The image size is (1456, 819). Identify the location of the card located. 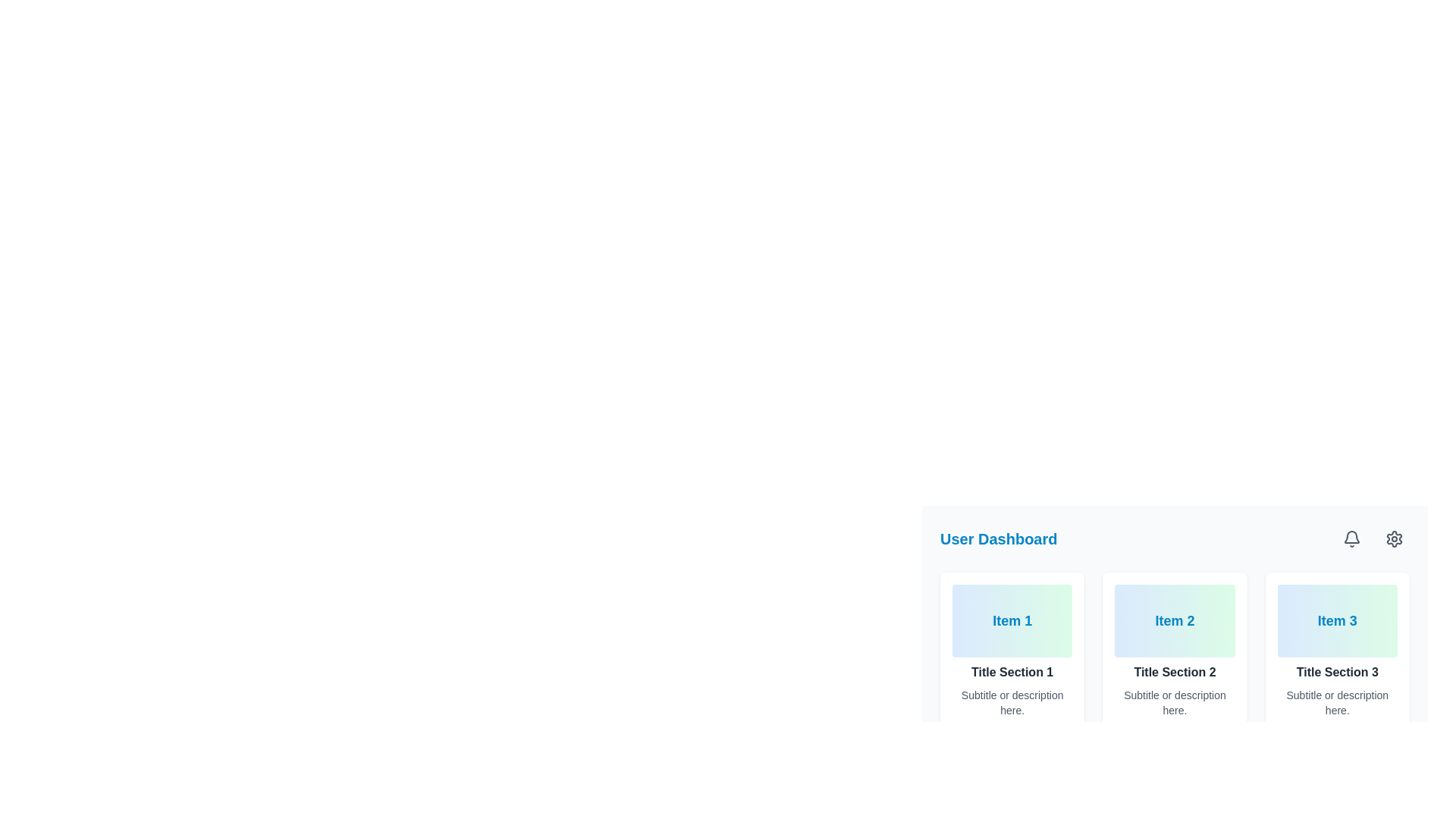
(1337, 651).